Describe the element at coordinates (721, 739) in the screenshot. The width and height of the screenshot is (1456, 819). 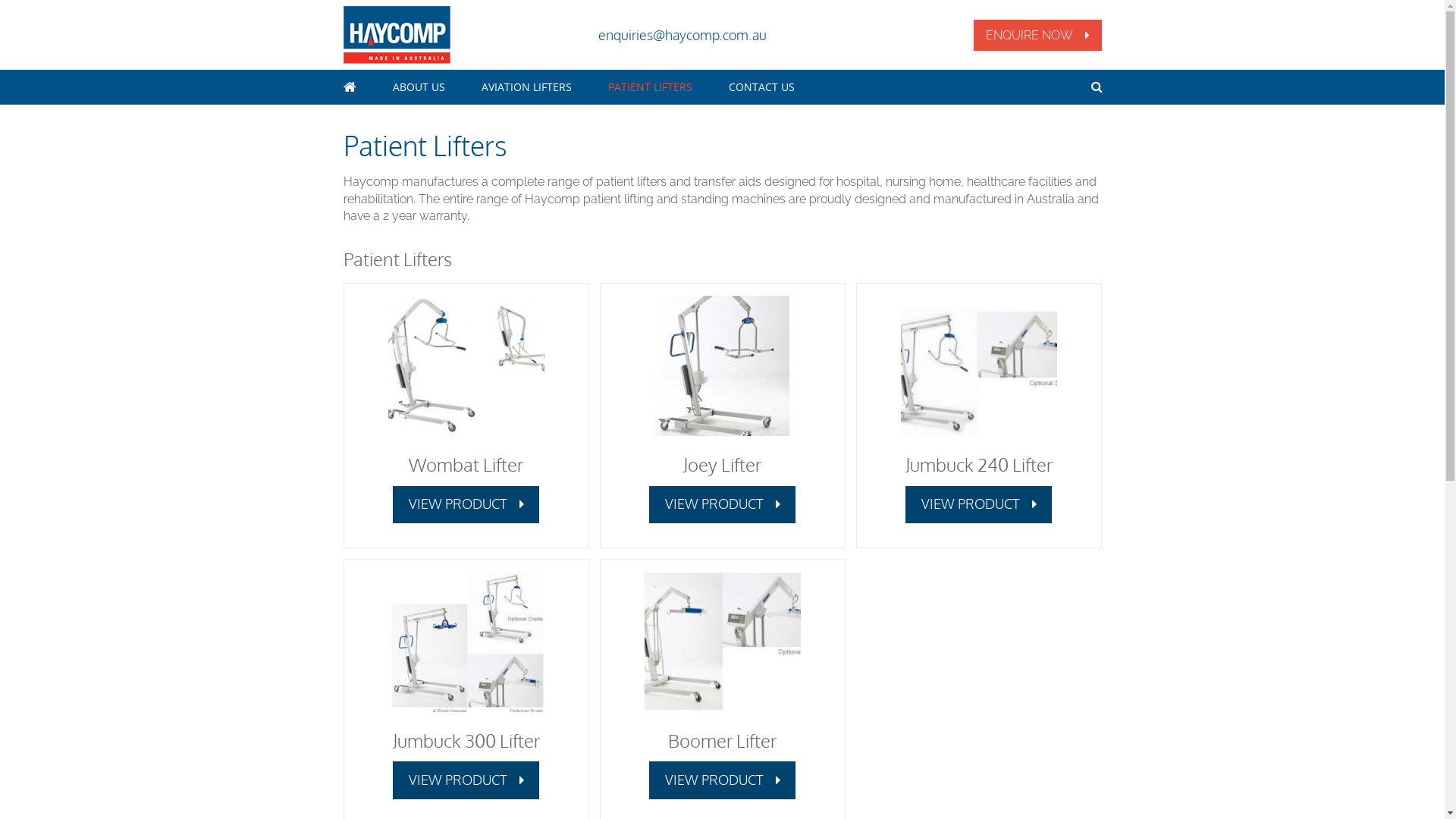
I see `'Boomer Lifter'` at that location.